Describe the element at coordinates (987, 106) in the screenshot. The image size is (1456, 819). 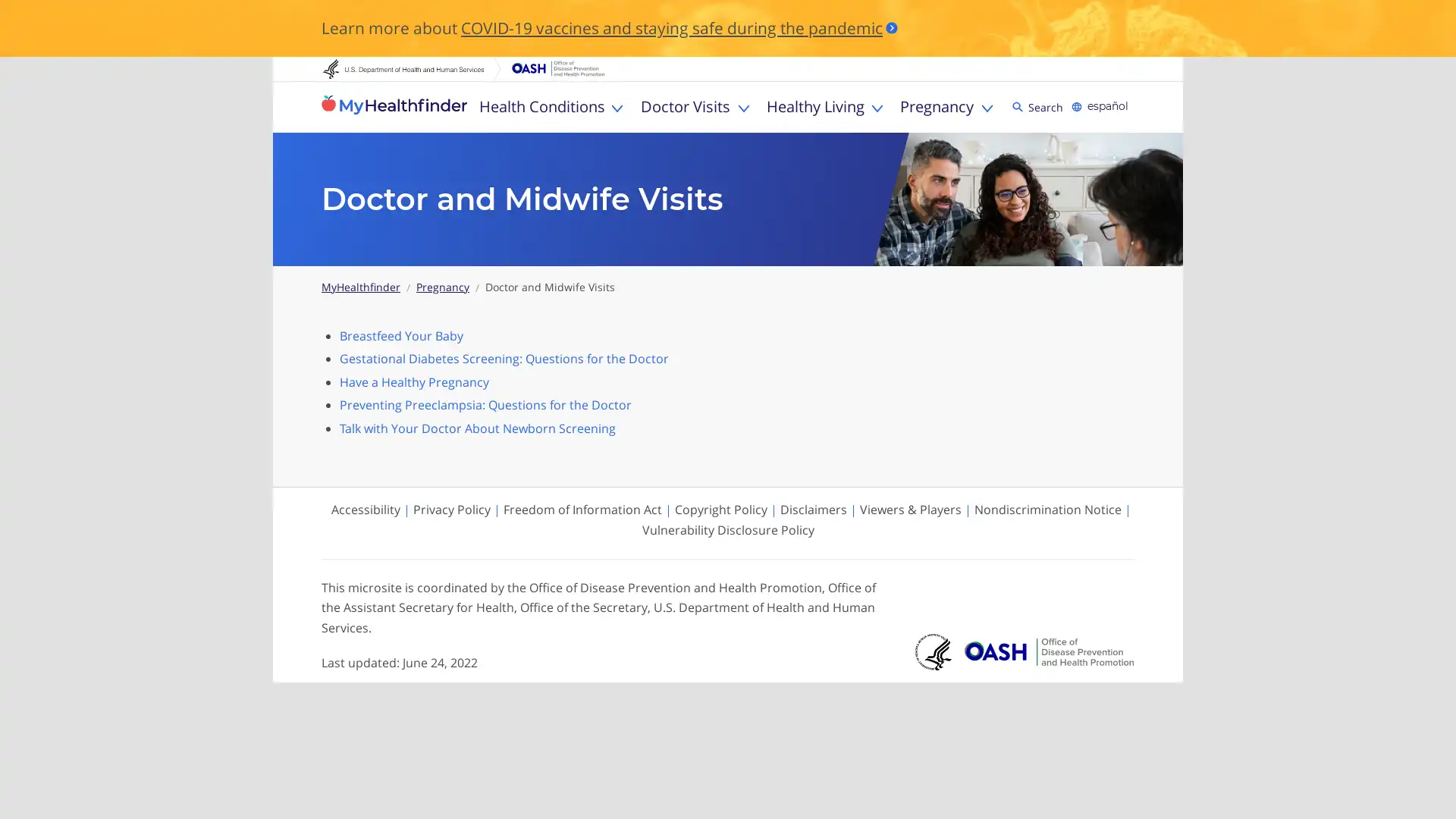
I see `Toggle Pregnancy sub menu` at that location.